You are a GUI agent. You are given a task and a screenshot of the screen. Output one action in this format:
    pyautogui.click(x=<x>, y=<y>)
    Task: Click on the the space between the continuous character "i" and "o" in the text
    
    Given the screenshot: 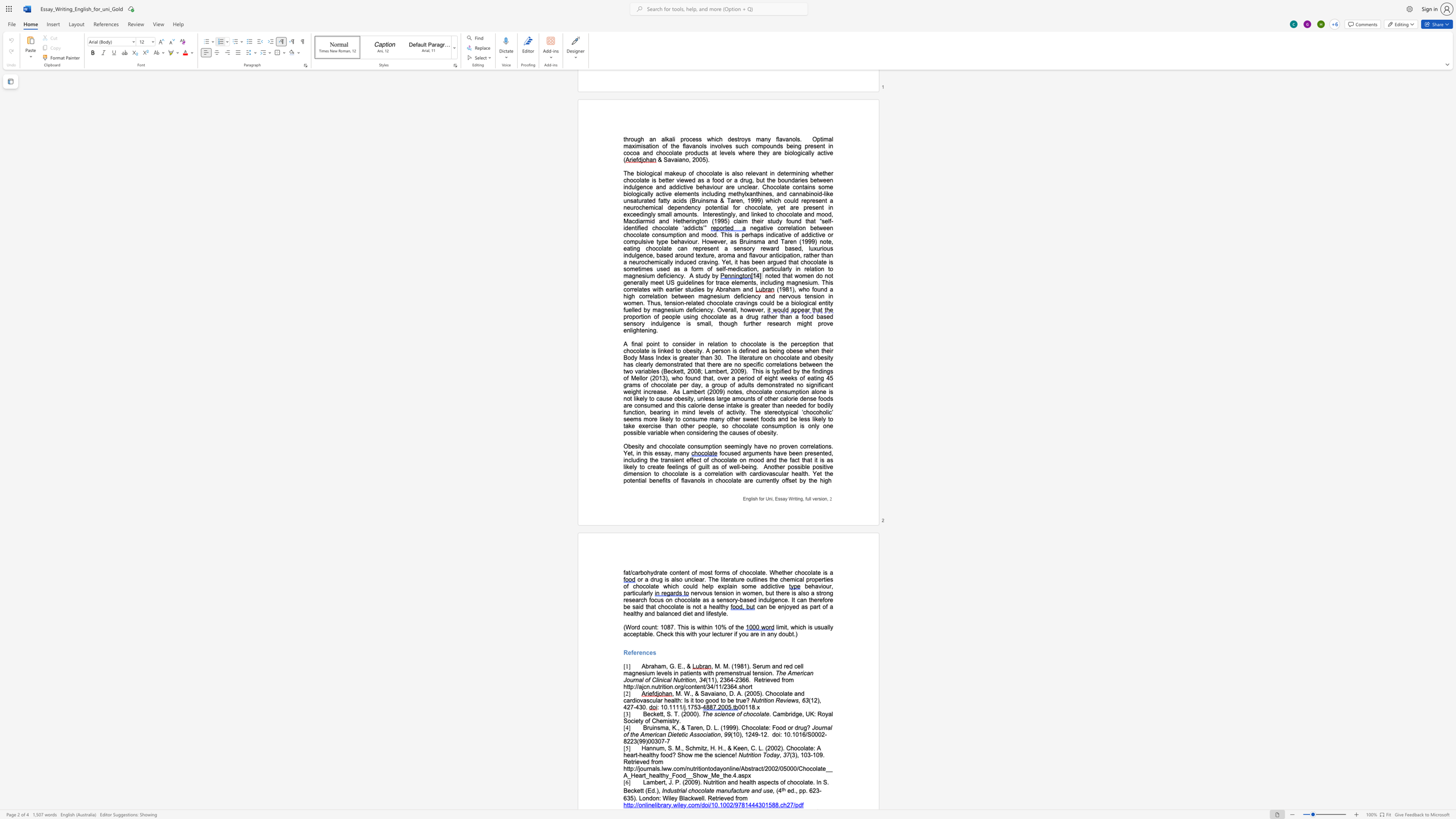 What is the action you would take?
    pyautogui.click(x=637, y=700)
    